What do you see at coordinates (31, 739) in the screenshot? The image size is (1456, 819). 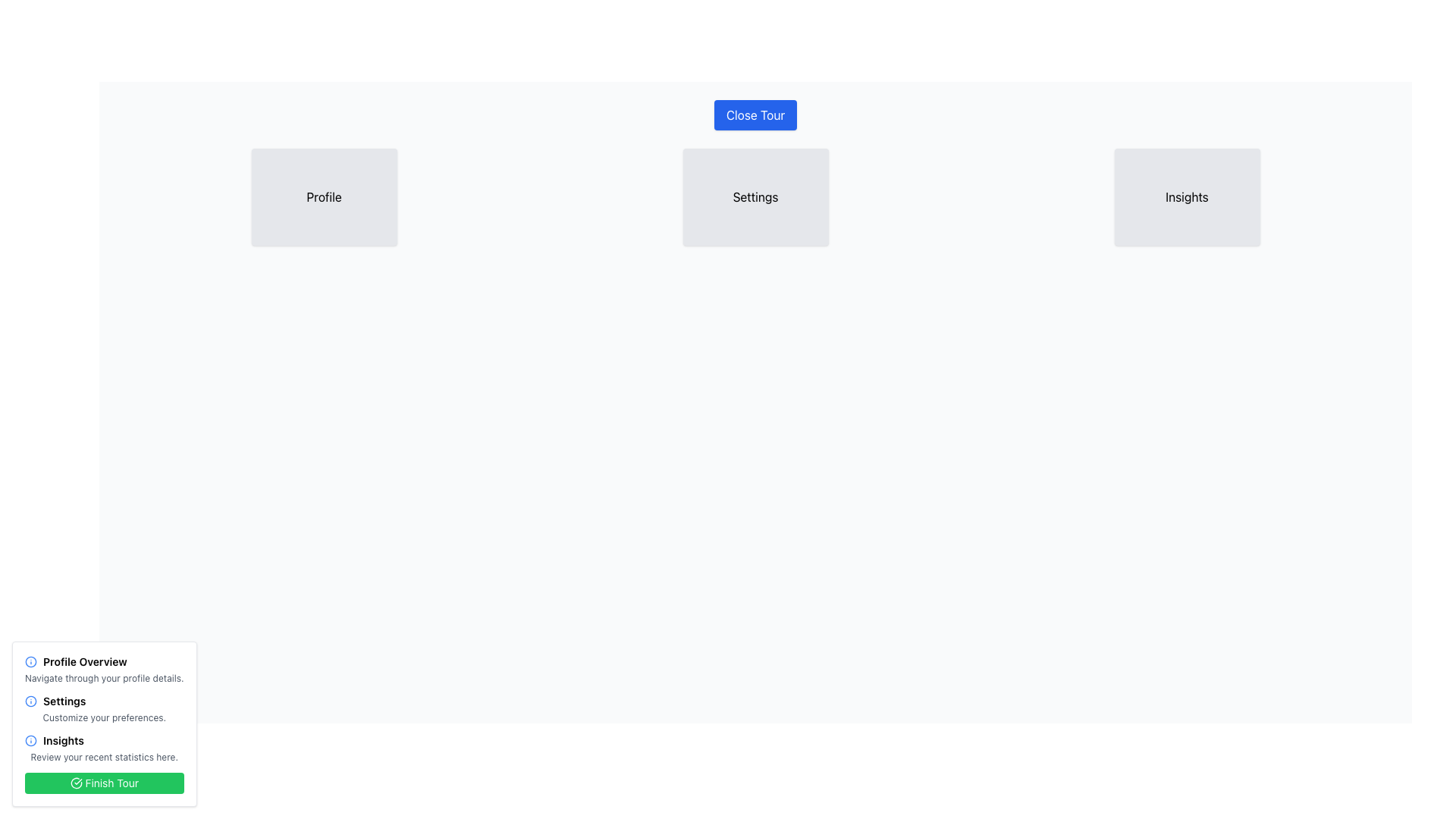 I see `the SVG circle element that represents the 'info' indicator next to the 'Profile Overview' list item at the bottom left of the layout` at bounding box center [31, 739].